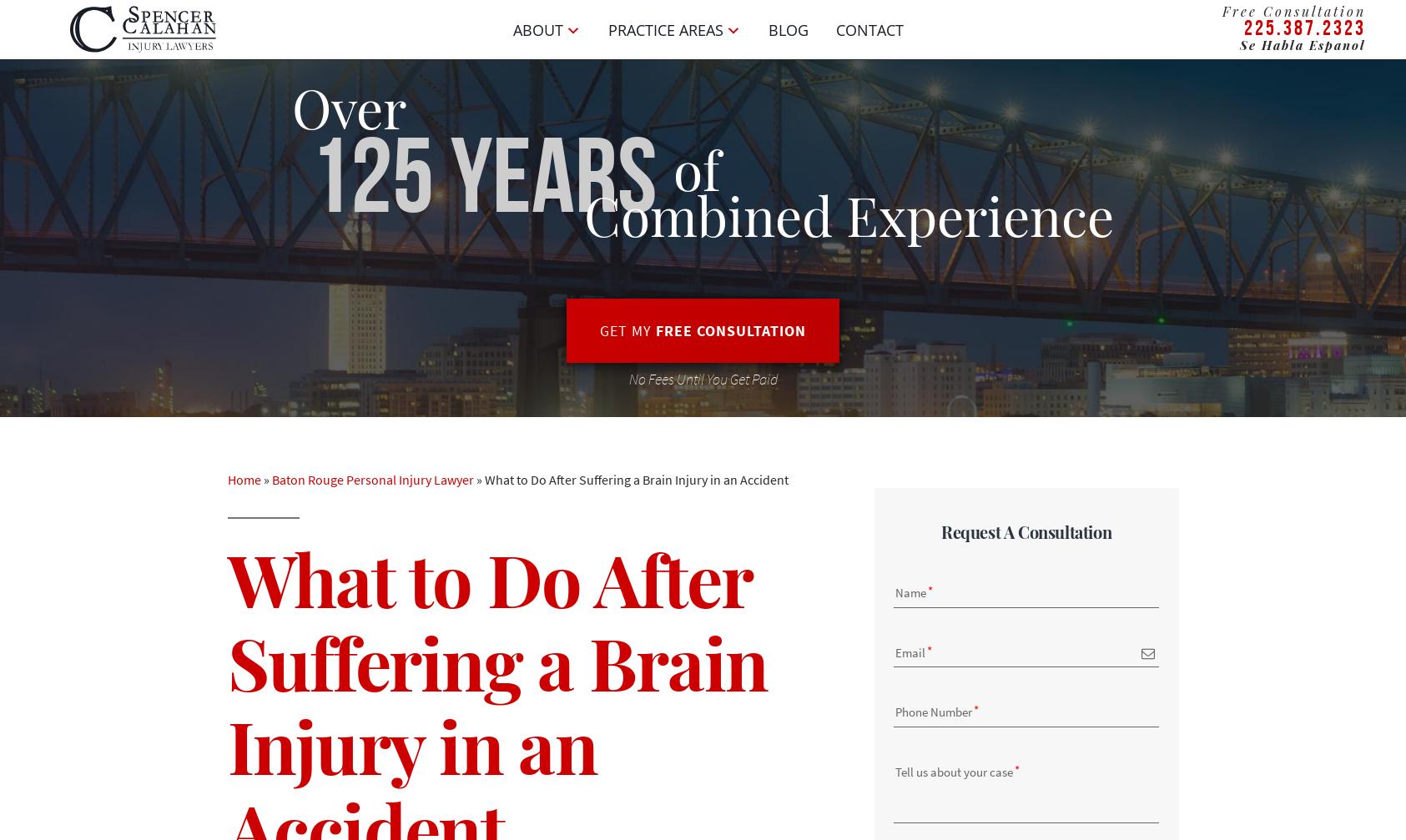  What do you see at coordinates (483, 478) in the screenshot?
I see `'What to Do After Suffering a Brain Injury in an Accident'` at bounding box center [483, 478].